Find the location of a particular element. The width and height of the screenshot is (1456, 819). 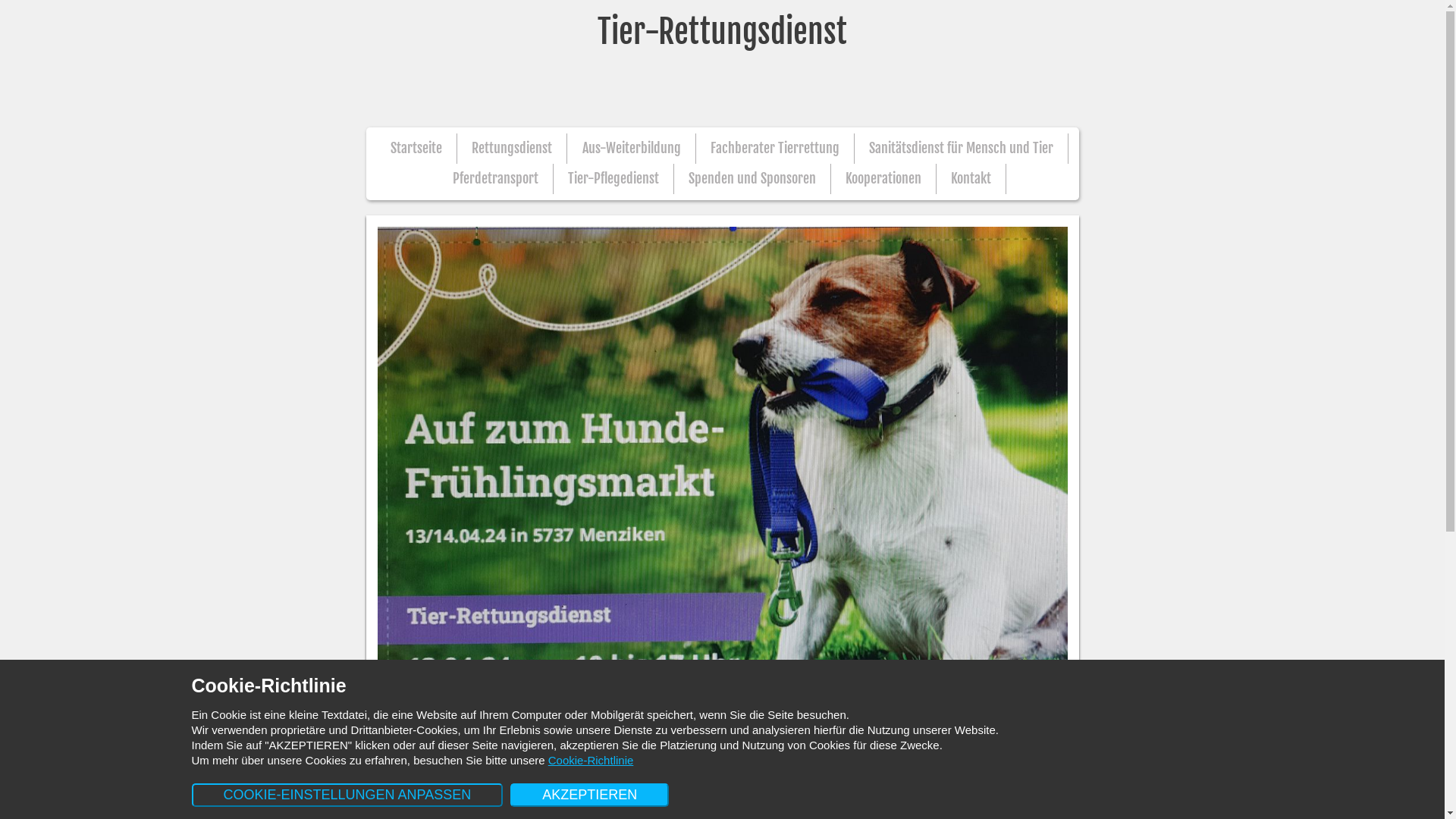

'Tier-Rettungsdienst is located at coordinates (720, 63).